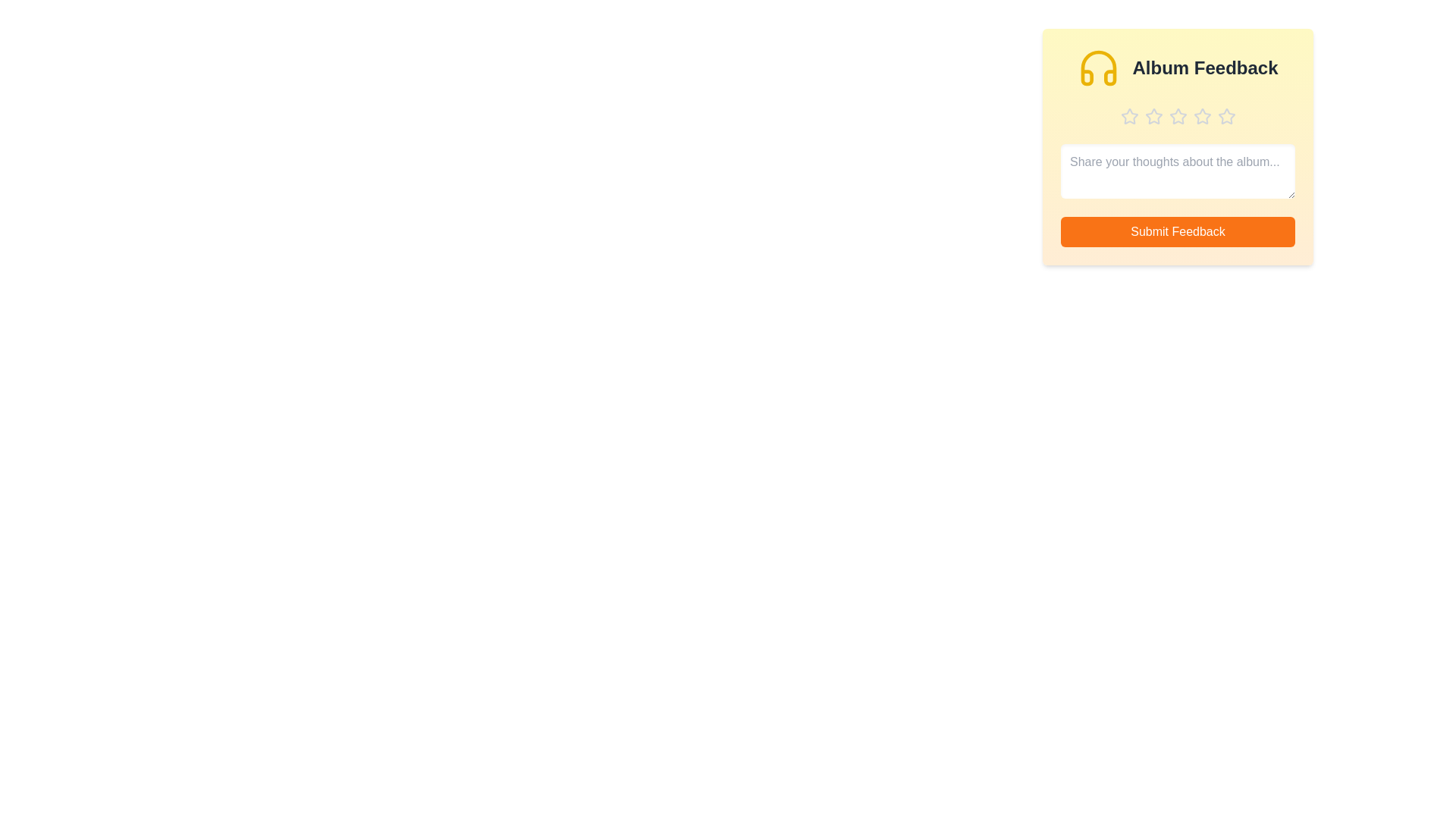  Describe the element at coordinates (1201, 116) in the screenshot. I see `the album rating to 4 stars by clicking the corresponding star button` at that location.